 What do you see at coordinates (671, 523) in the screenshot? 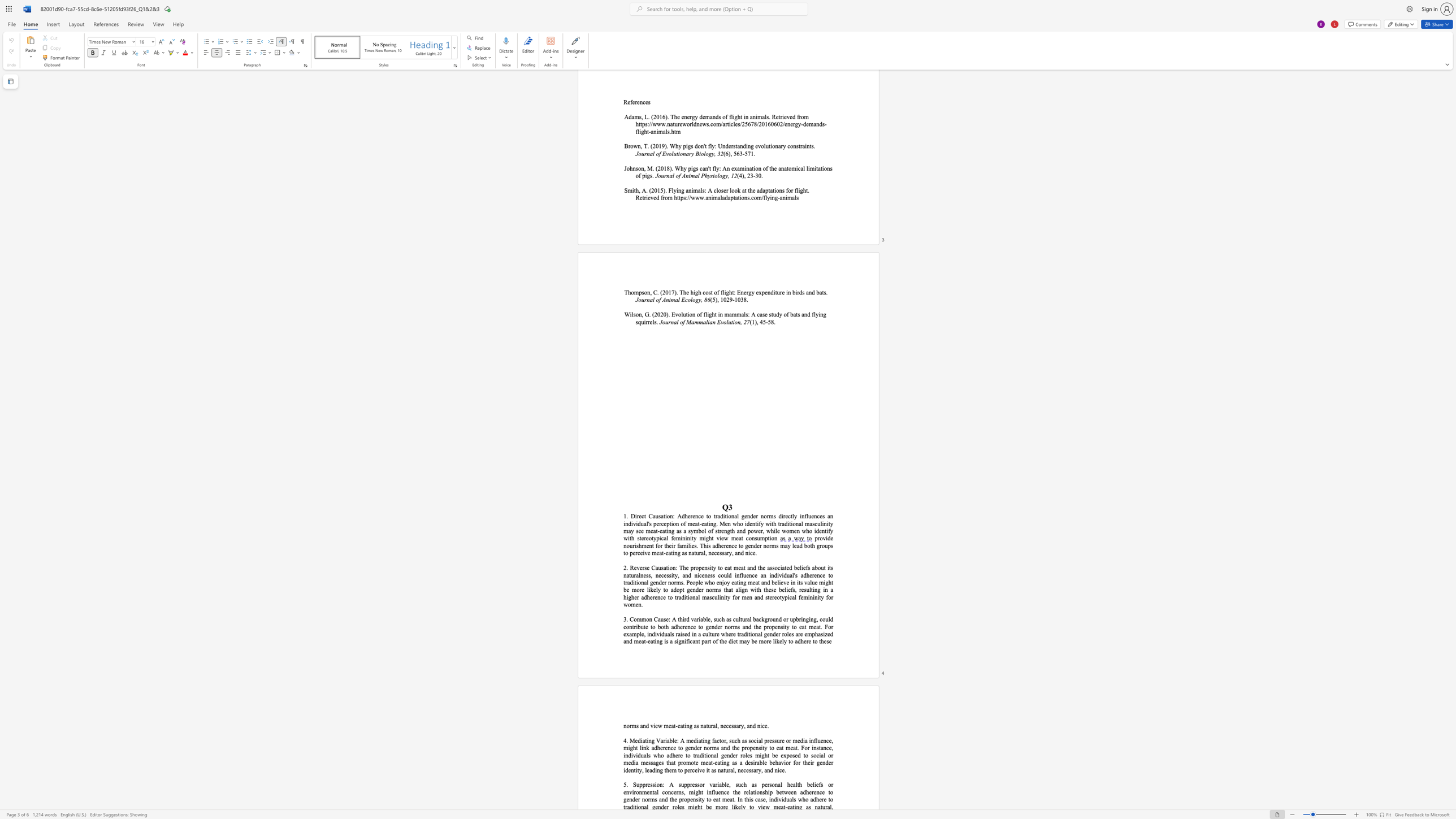
I see `the subset text "ion" within the text "perception"` at bounding box center [671, 523].